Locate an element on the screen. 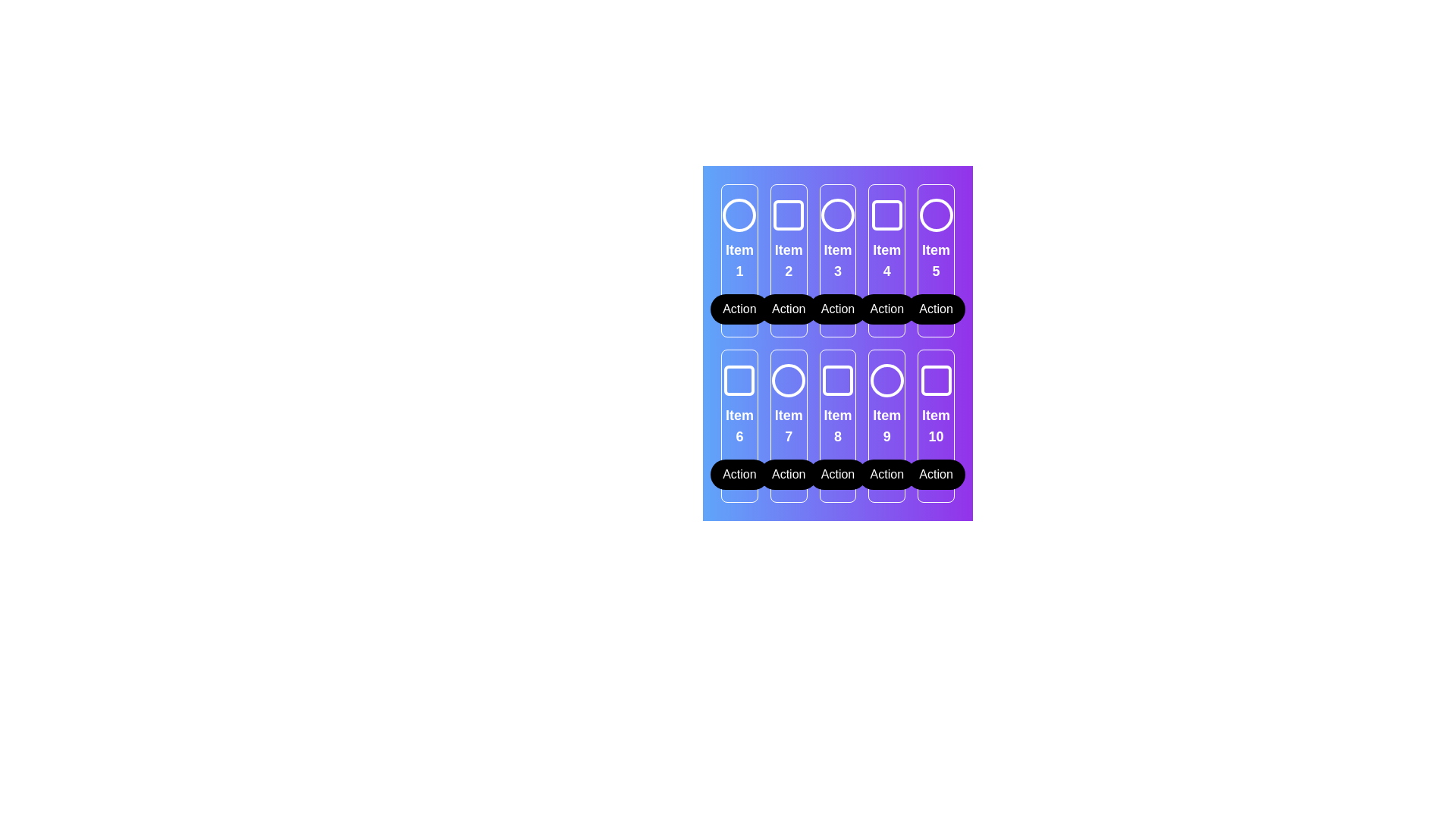  the rounded rectangular button with a black background and white text reading 'Action', located below the label 'Item 1' is located at coordinates (739, 309).